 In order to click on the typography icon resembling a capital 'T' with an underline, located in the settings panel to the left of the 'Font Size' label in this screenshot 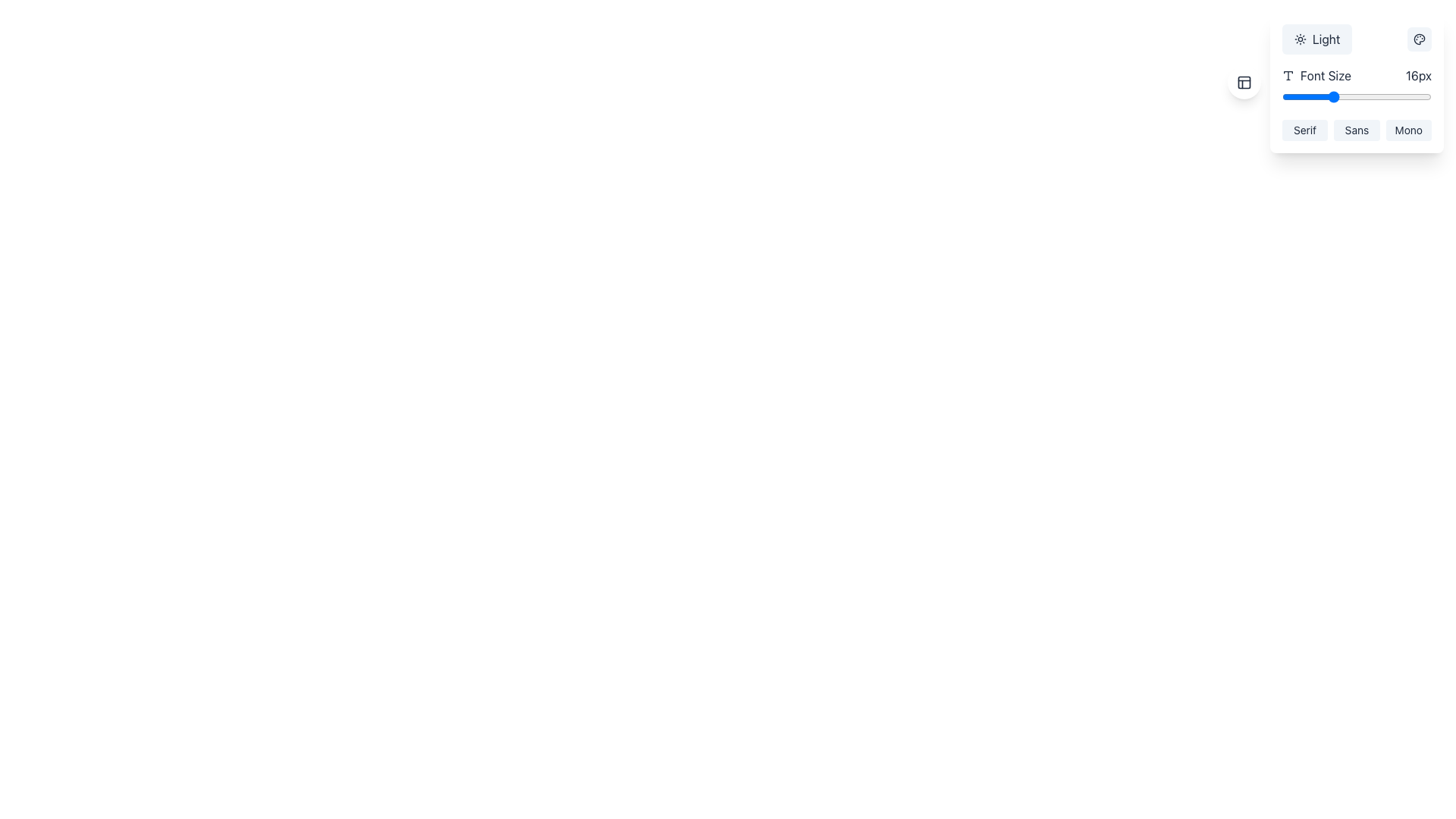, I will do `click(1288, 76)`.